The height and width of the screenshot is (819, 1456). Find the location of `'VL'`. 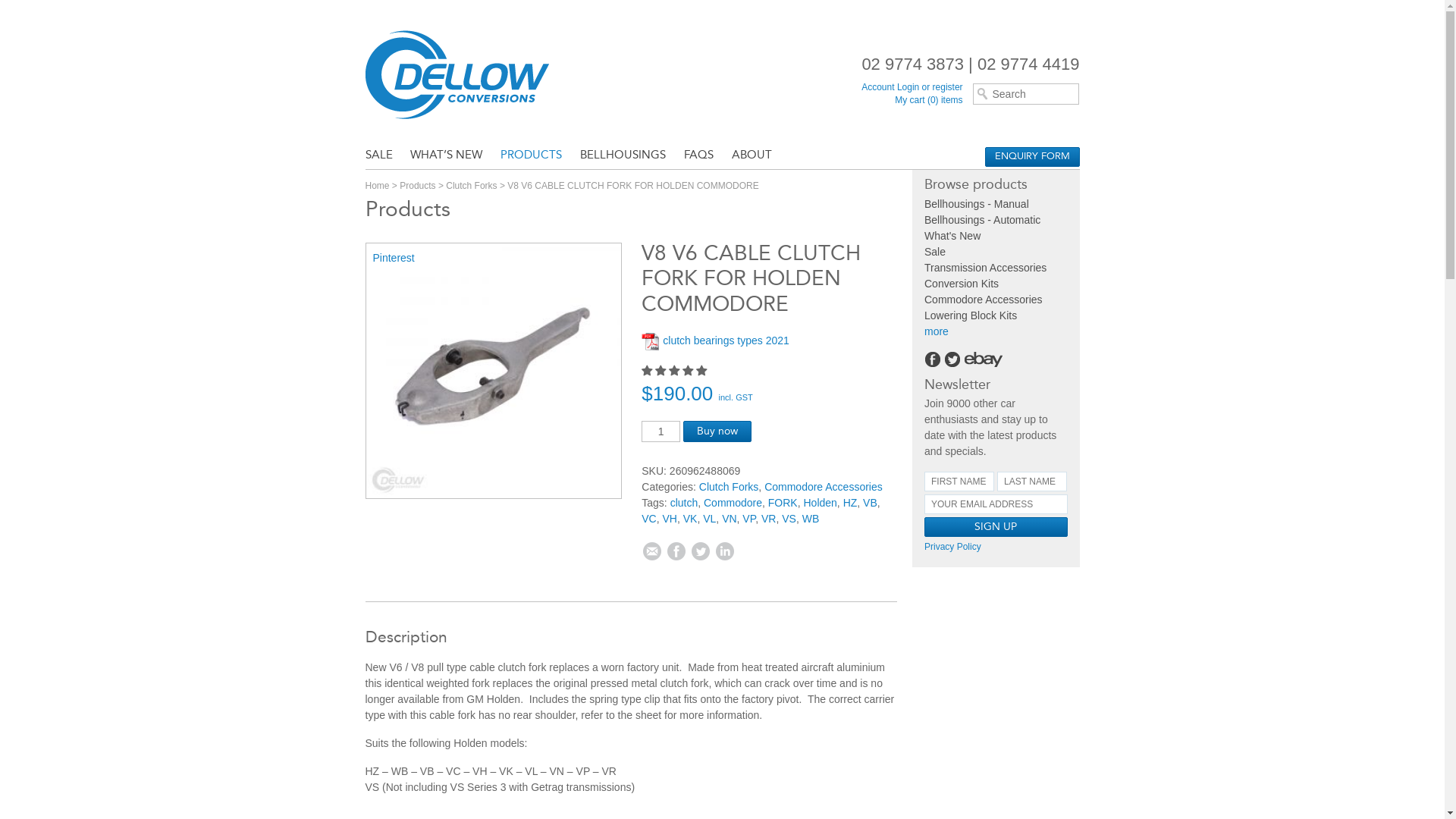

'VL' is located at coordinates (708, 517).